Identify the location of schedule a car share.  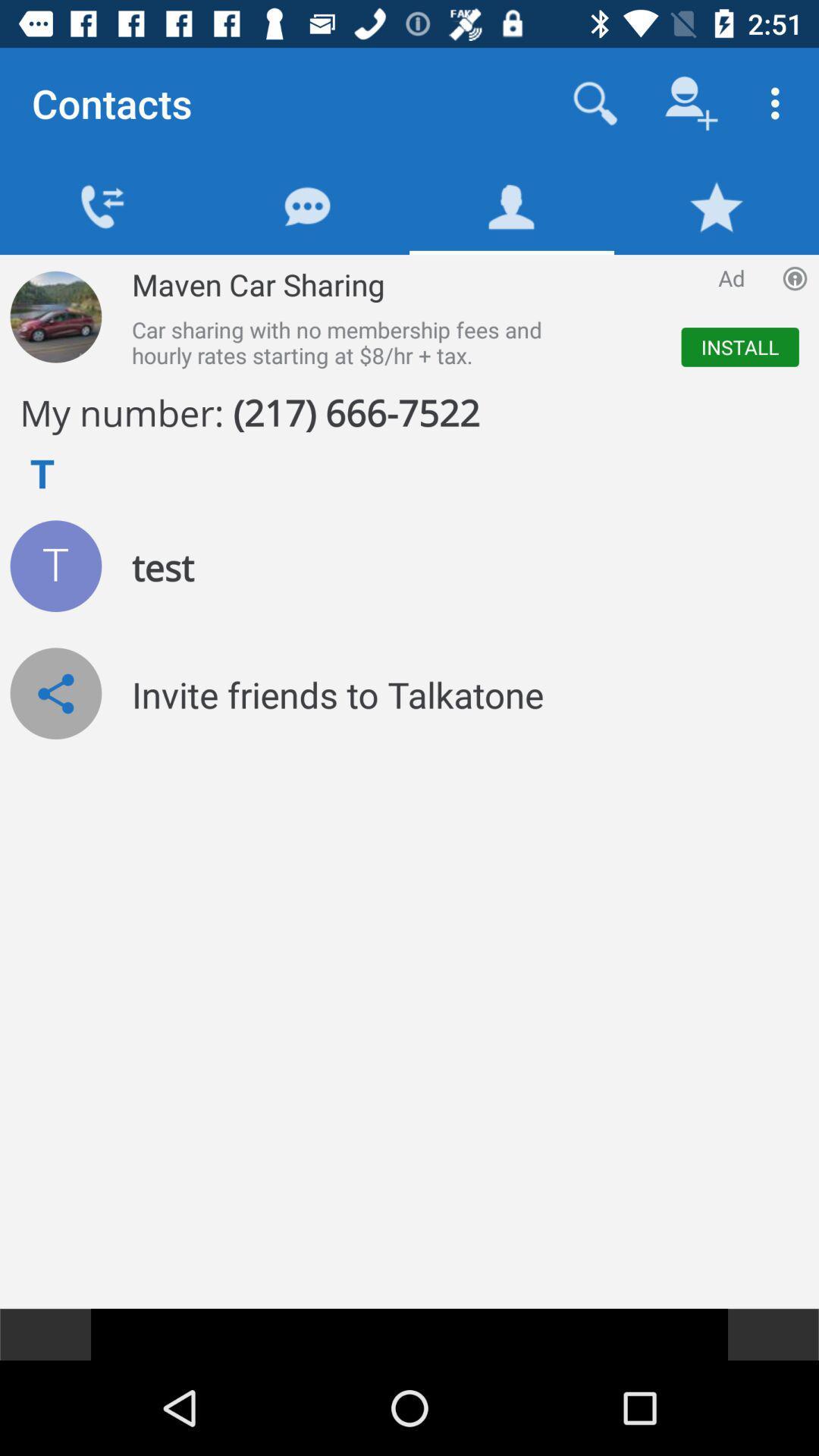
(55, 316).